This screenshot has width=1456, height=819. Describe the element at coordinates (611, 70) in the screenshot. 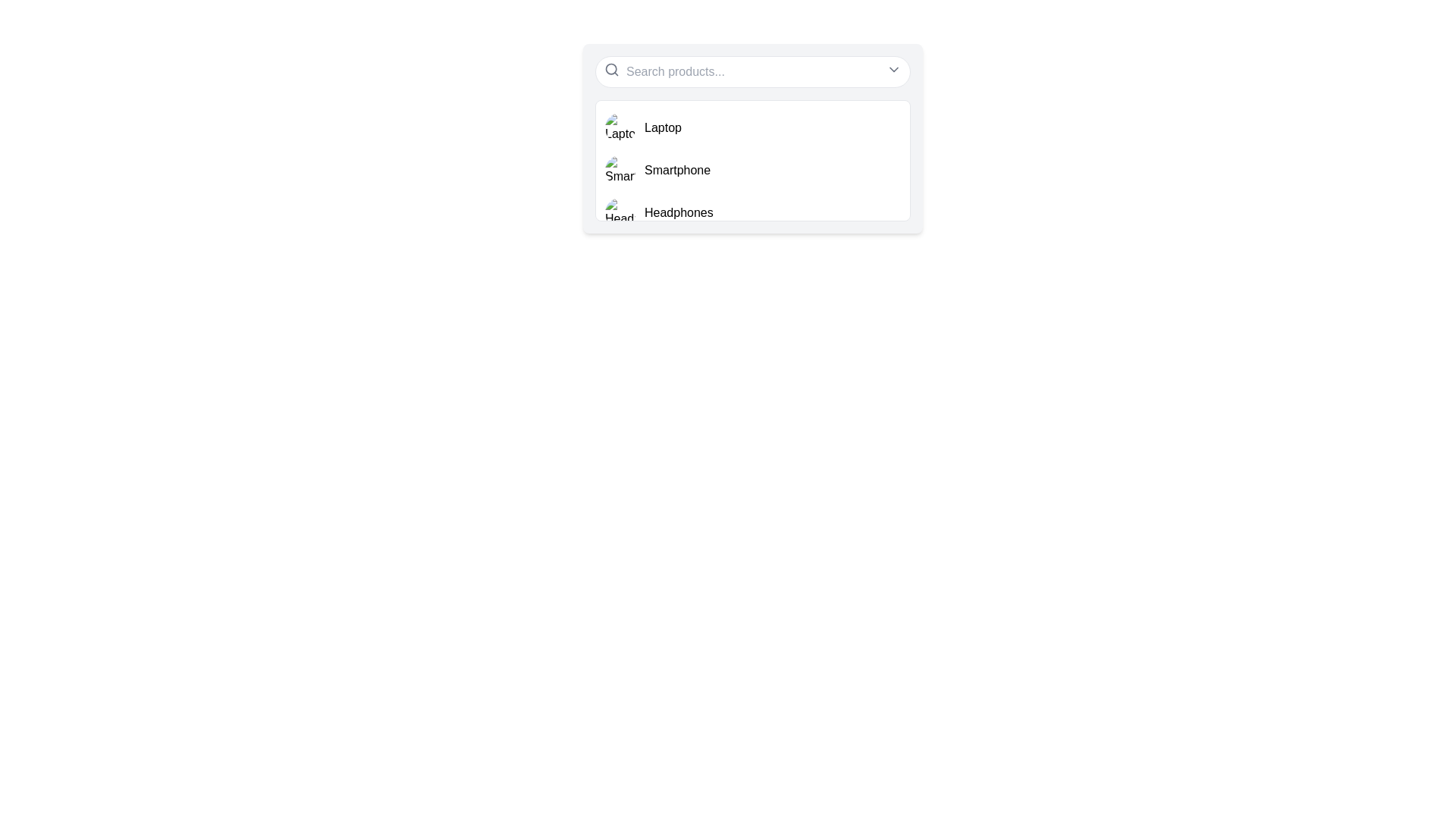

I see `the search icon located at the top-left corner of the search bar, which visually represents the search feature` at that location.